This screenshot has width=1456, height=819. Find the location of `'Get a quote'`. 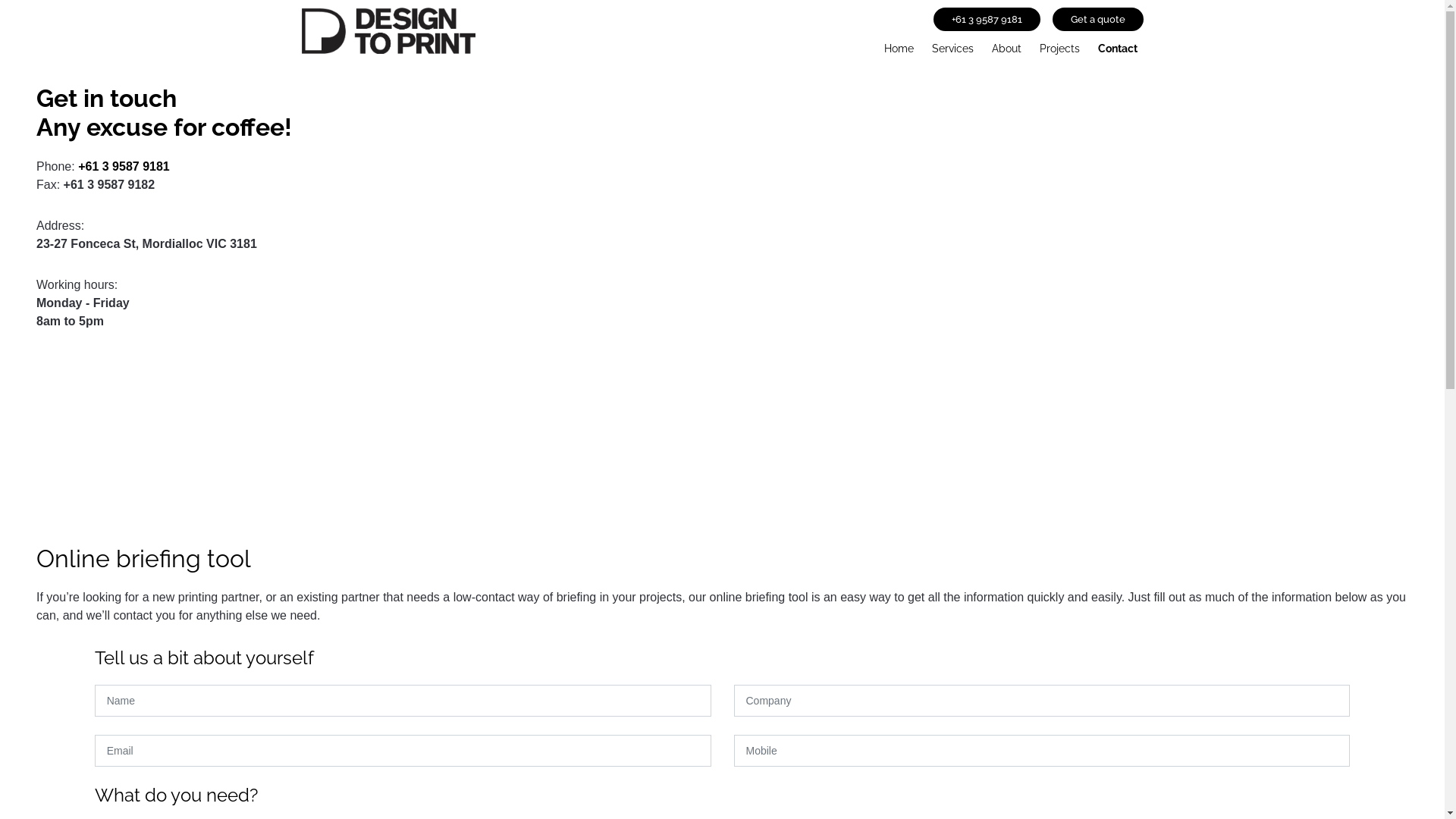

'Get a quote' is located at coordinates (1098, 19).